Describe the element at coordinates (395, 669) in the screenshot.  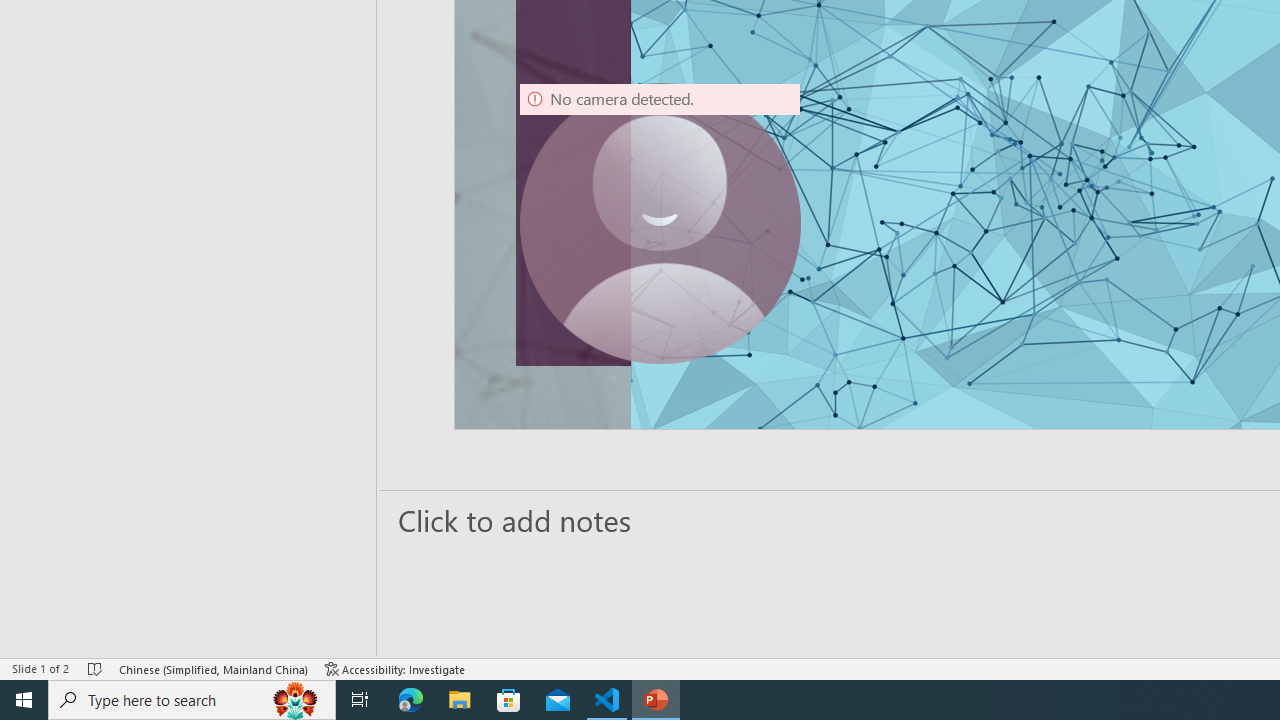
I see `'Accessibility Checker Accessibility: Investigate'` at that location.